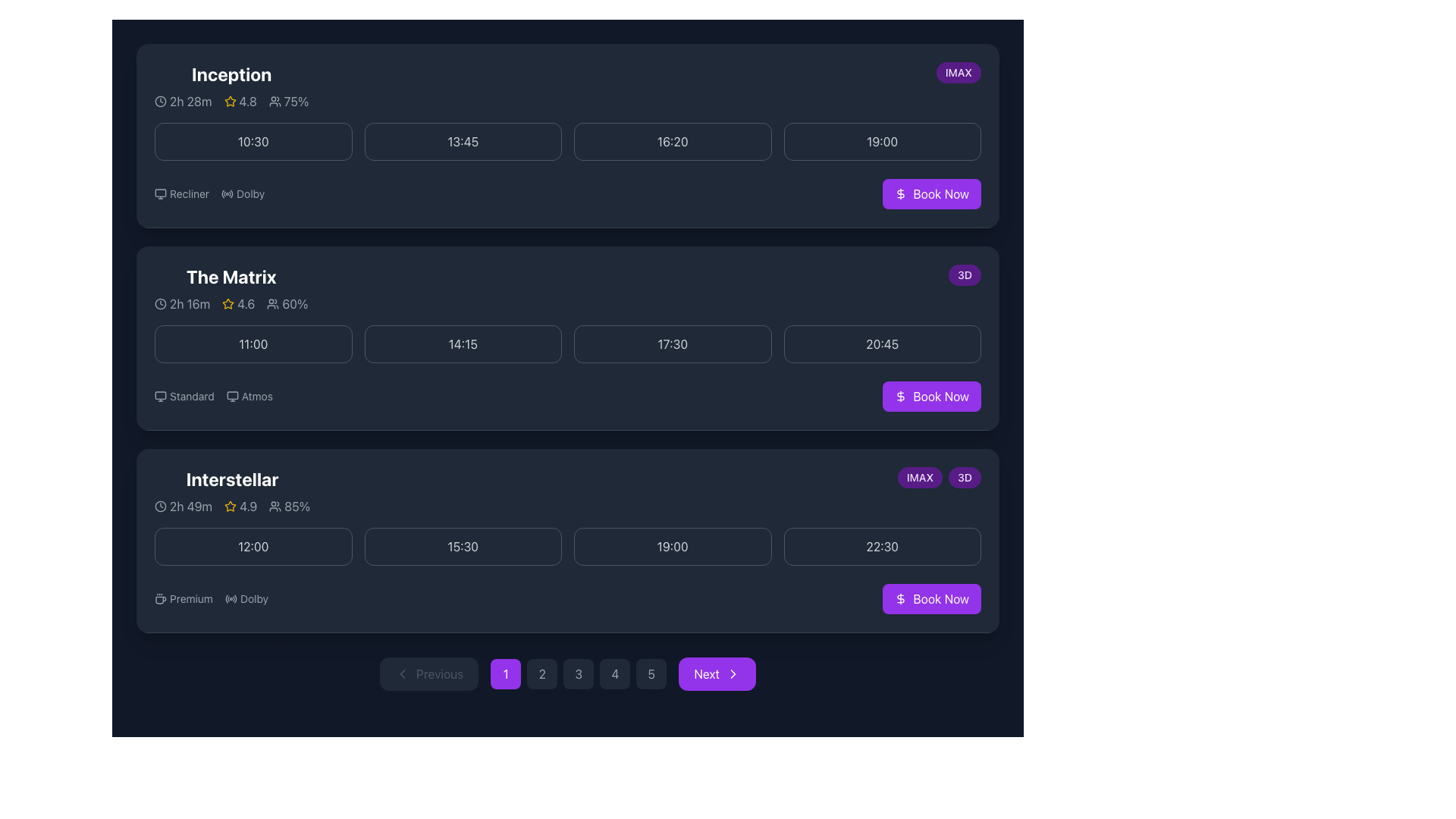 This screenshot has width=1456, height=819. I want to click on the descriptive label containing icons and text components labeled 'Standard' and 'Atmos', located in the 'The Matrix' section, just above the 'Book Now' button, so click(212, 396).